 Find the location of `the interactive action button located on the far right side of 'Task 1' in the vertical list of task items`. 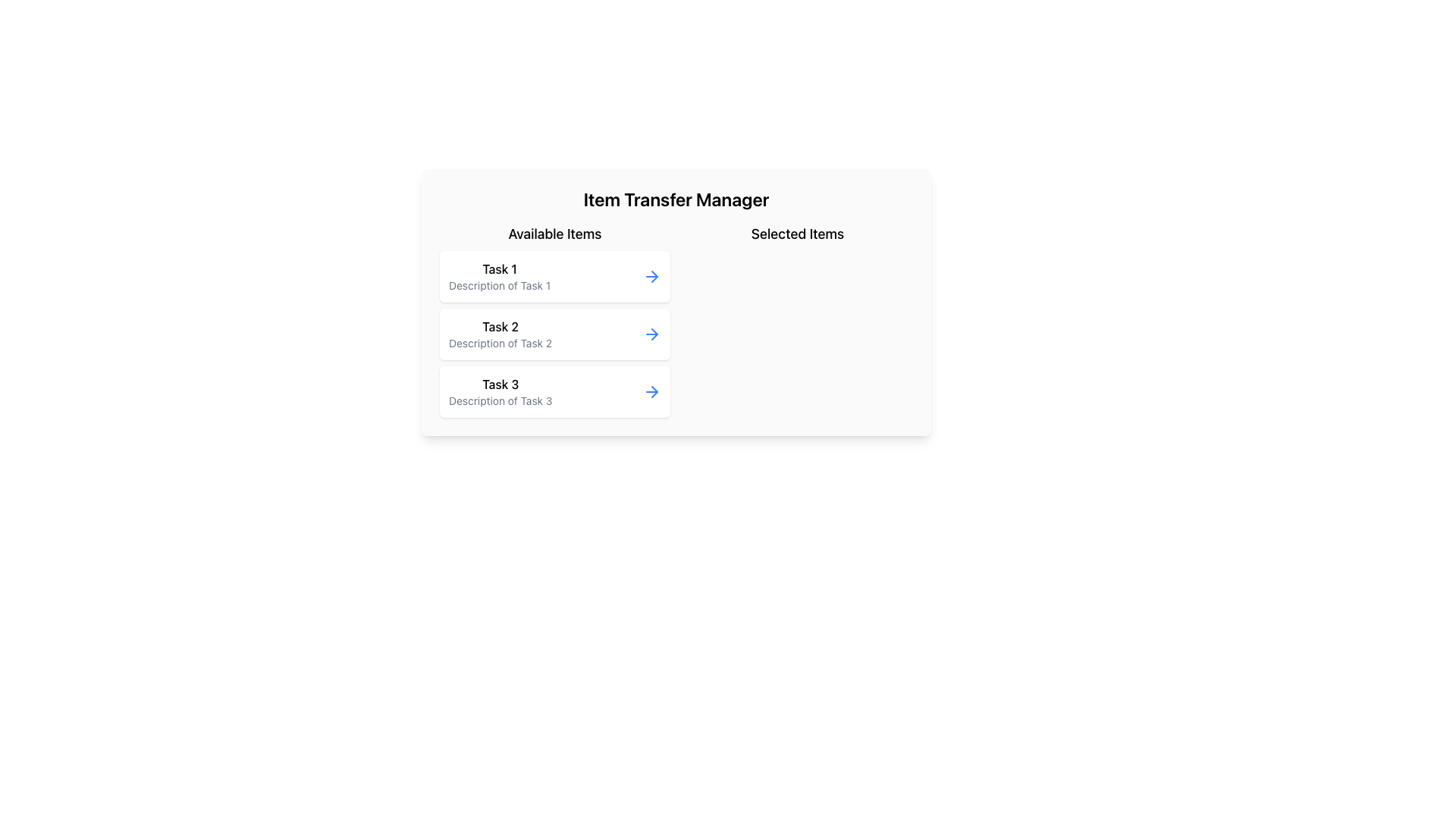

the interactive action button located on the far right side of 'Task 1' in the vertical list of task items is located at coordinates (651, 277).